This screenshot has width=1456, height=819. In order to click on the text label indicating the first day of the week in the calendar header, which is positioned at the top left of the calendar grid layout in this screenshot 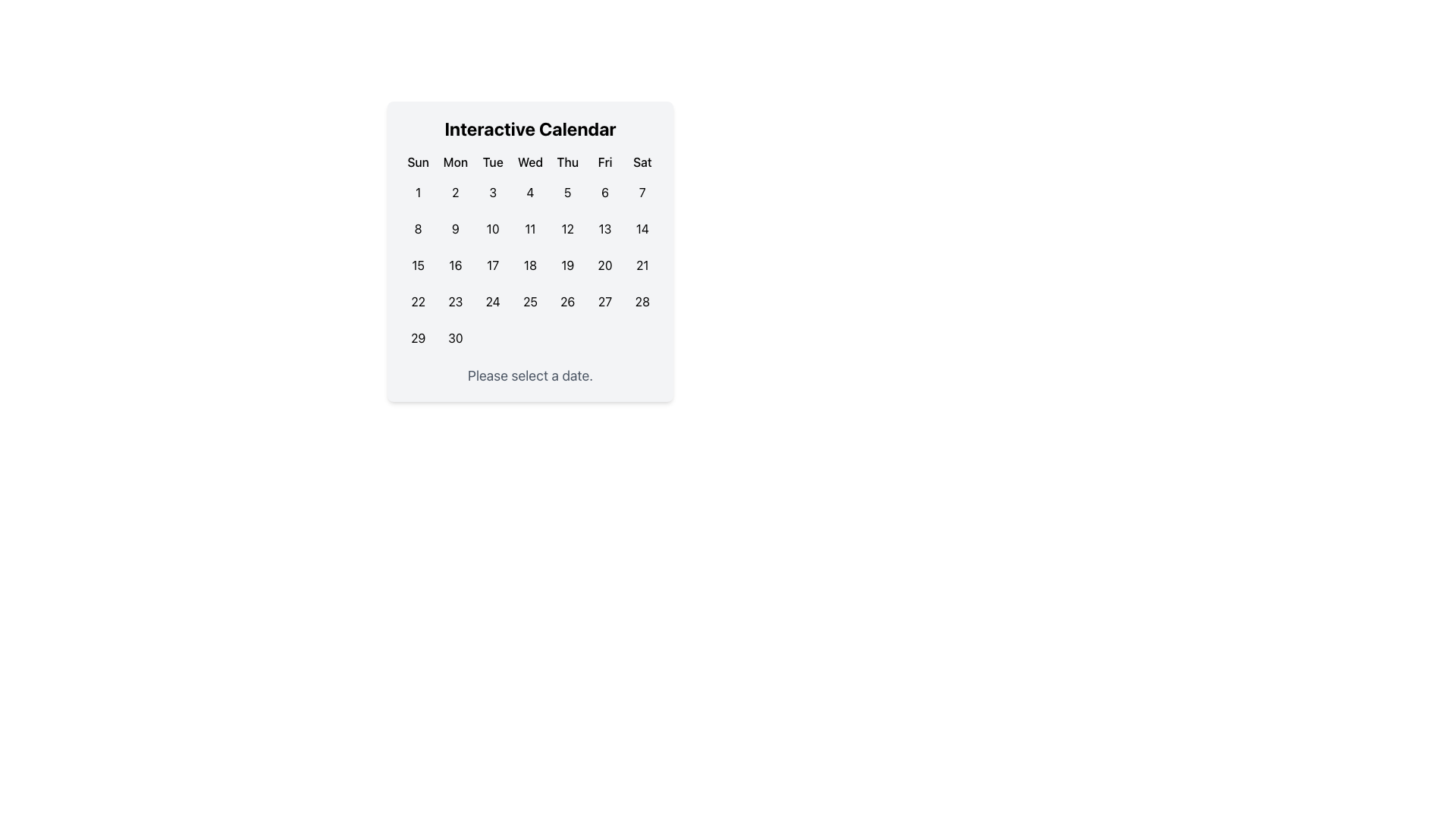, I will do `click(418, 162)`.